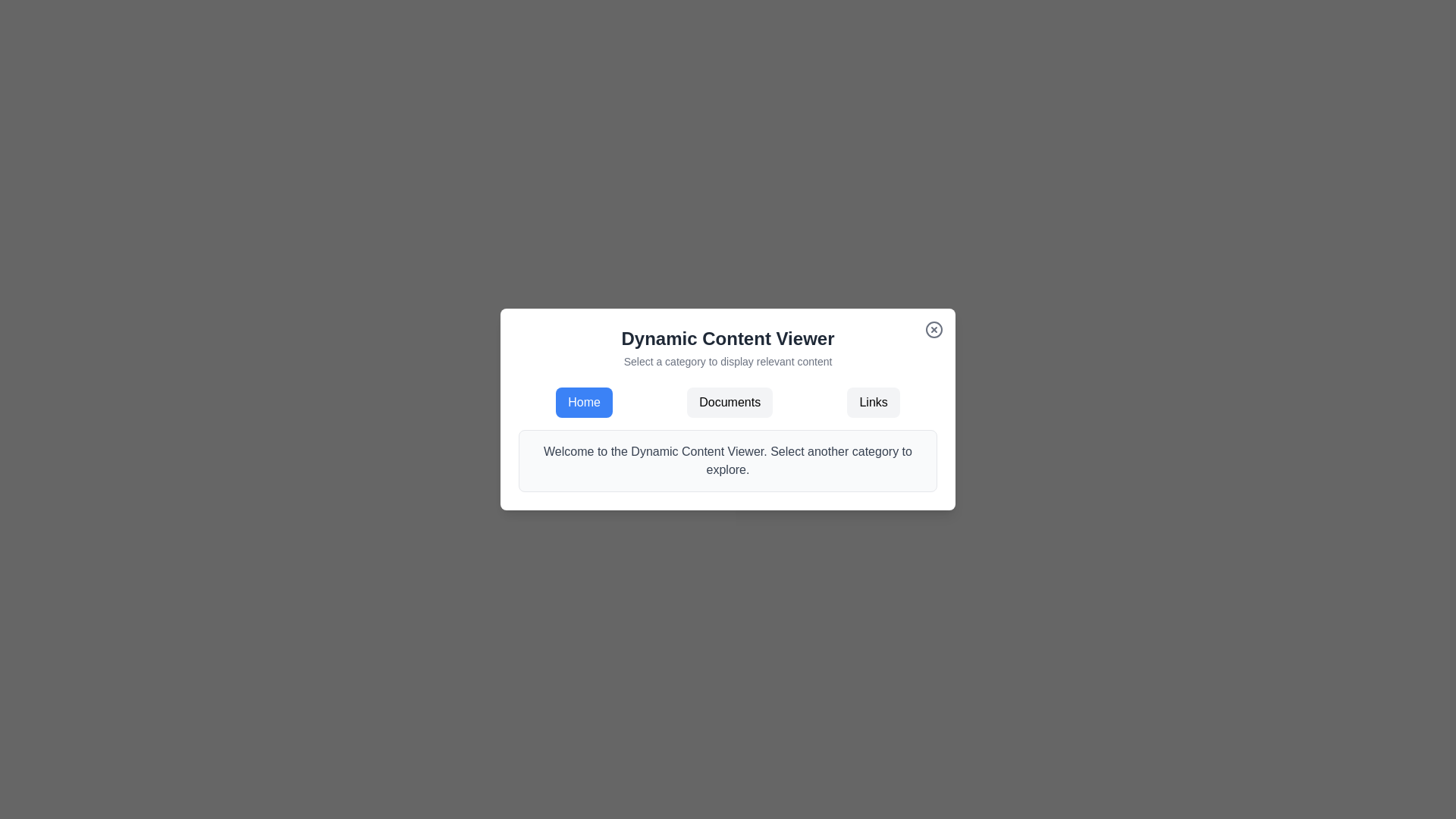 The image size is (1456, 819). I want to click on the rectangular button labeled 'Links' with a light gray background to change its background color to a slightly darker gray, so click(874, 402).